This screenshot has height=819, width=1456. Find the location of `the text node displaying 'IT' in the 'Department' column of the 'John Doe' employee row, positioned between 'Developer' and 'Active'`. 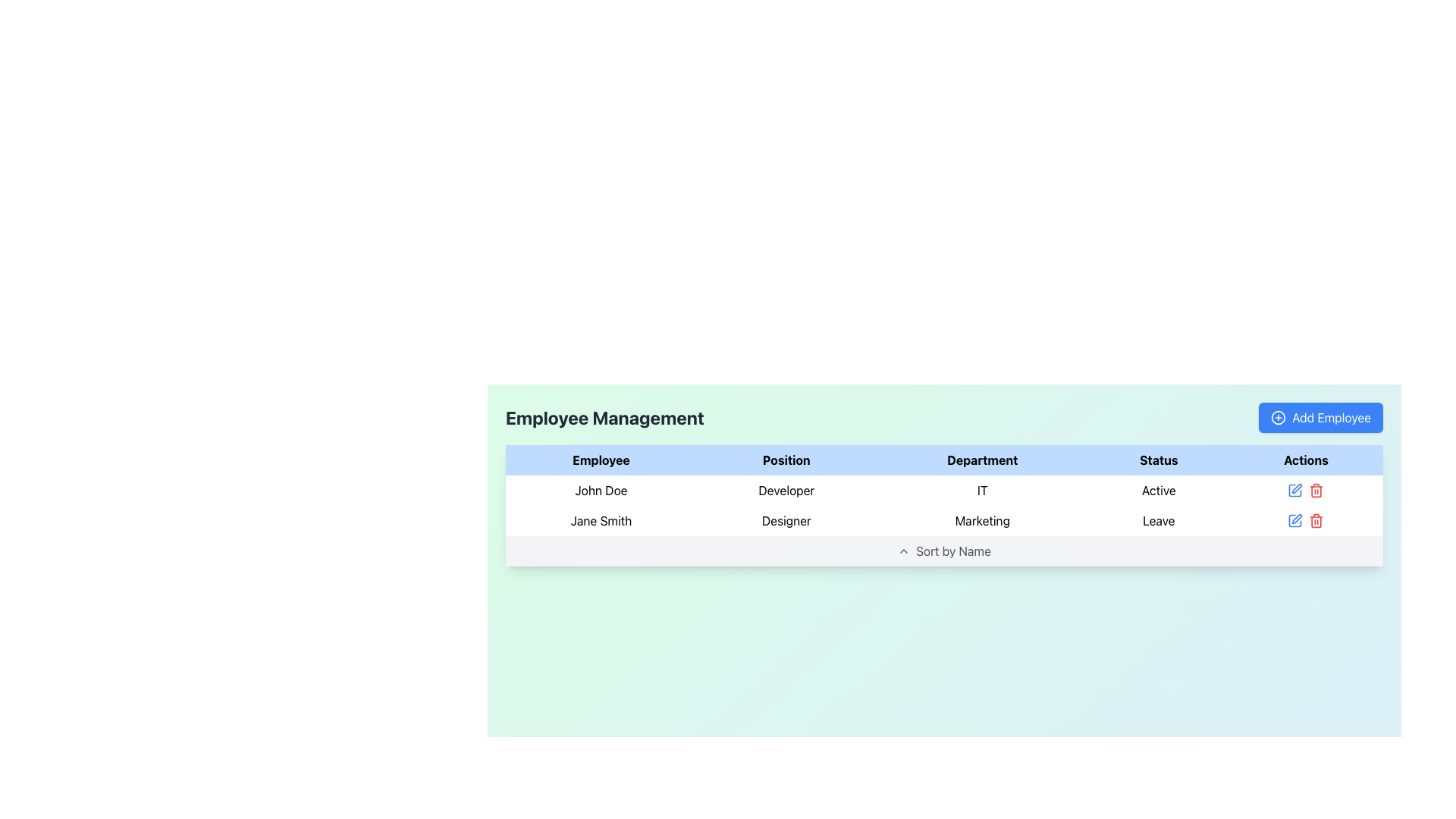

the text node displaying 'IT' in the 'Department' column of the 'John Doe' employee row, positioned between 'Developer' and 'Active' is located at coordinates (982, 491).